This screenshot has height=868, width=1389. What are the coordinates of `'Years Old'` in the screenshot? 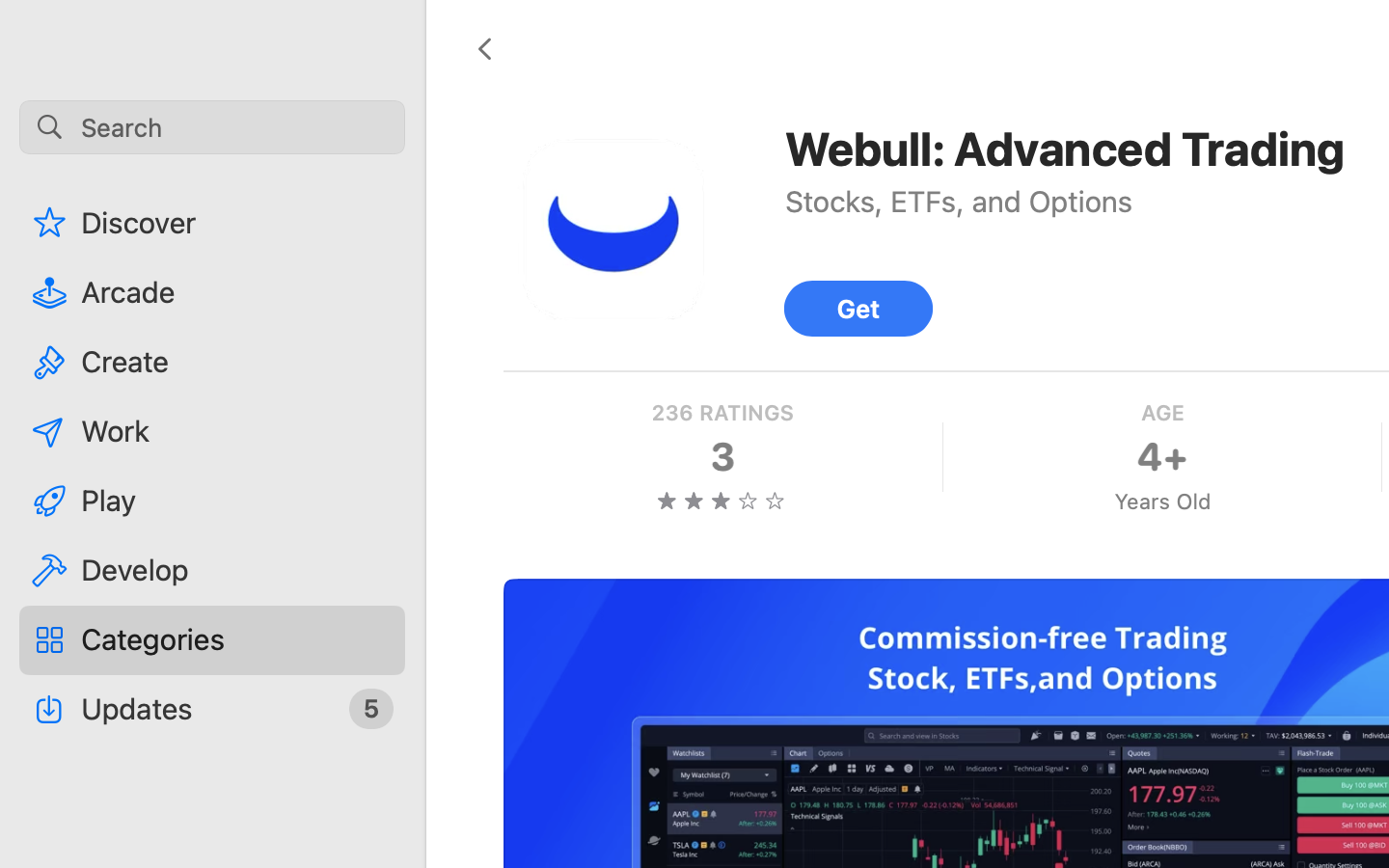 It's located at (1160, 501).